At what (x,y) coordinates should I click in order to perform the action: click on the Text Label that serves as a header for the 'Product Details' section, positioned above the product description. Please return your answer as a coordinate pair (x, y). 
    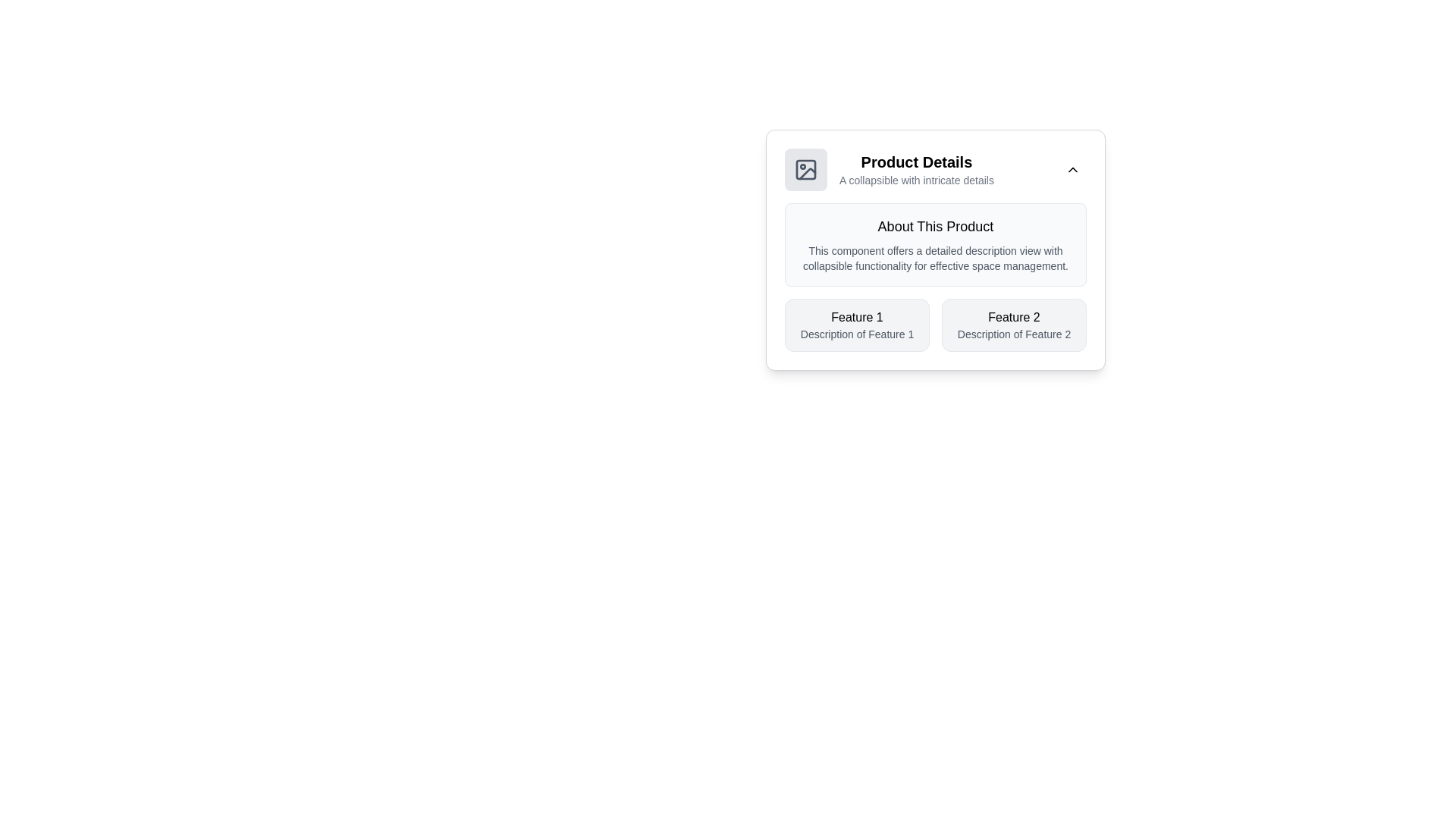
    Looking at the image, I should click on (934, 227).